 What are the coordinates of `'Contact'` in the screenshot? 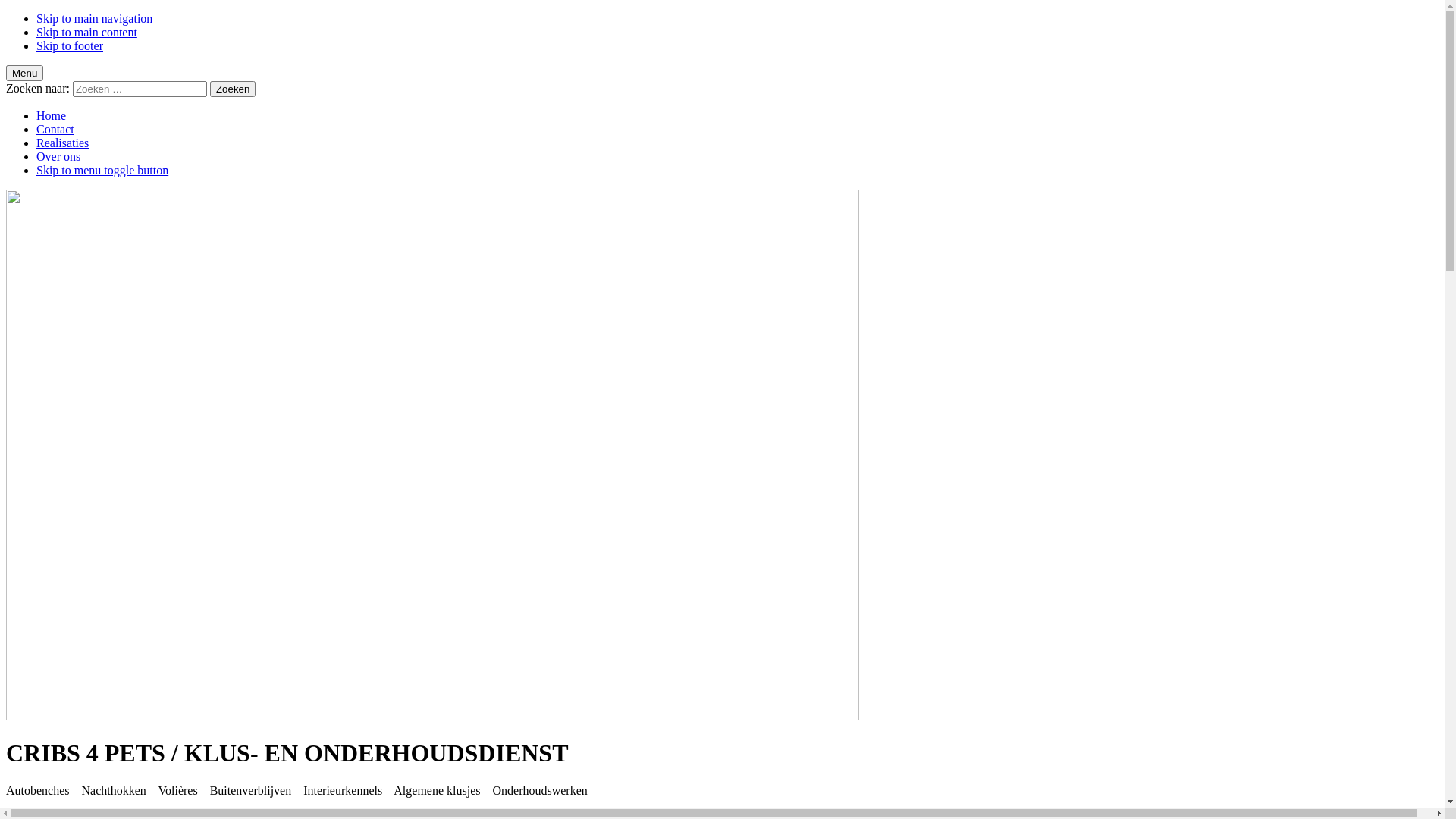 It's located at (55, 128).